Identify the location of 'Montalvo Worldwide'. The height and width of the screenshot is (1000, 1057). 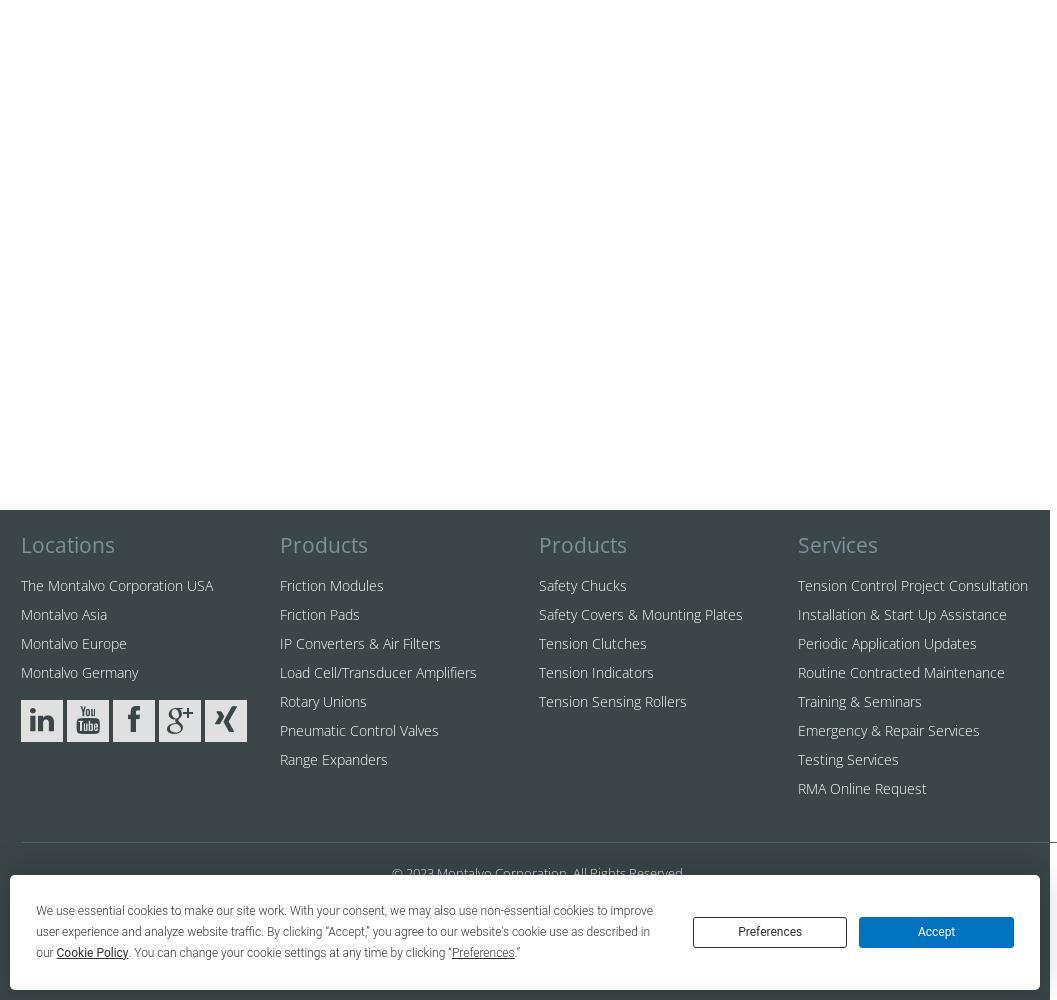
(165, 893).